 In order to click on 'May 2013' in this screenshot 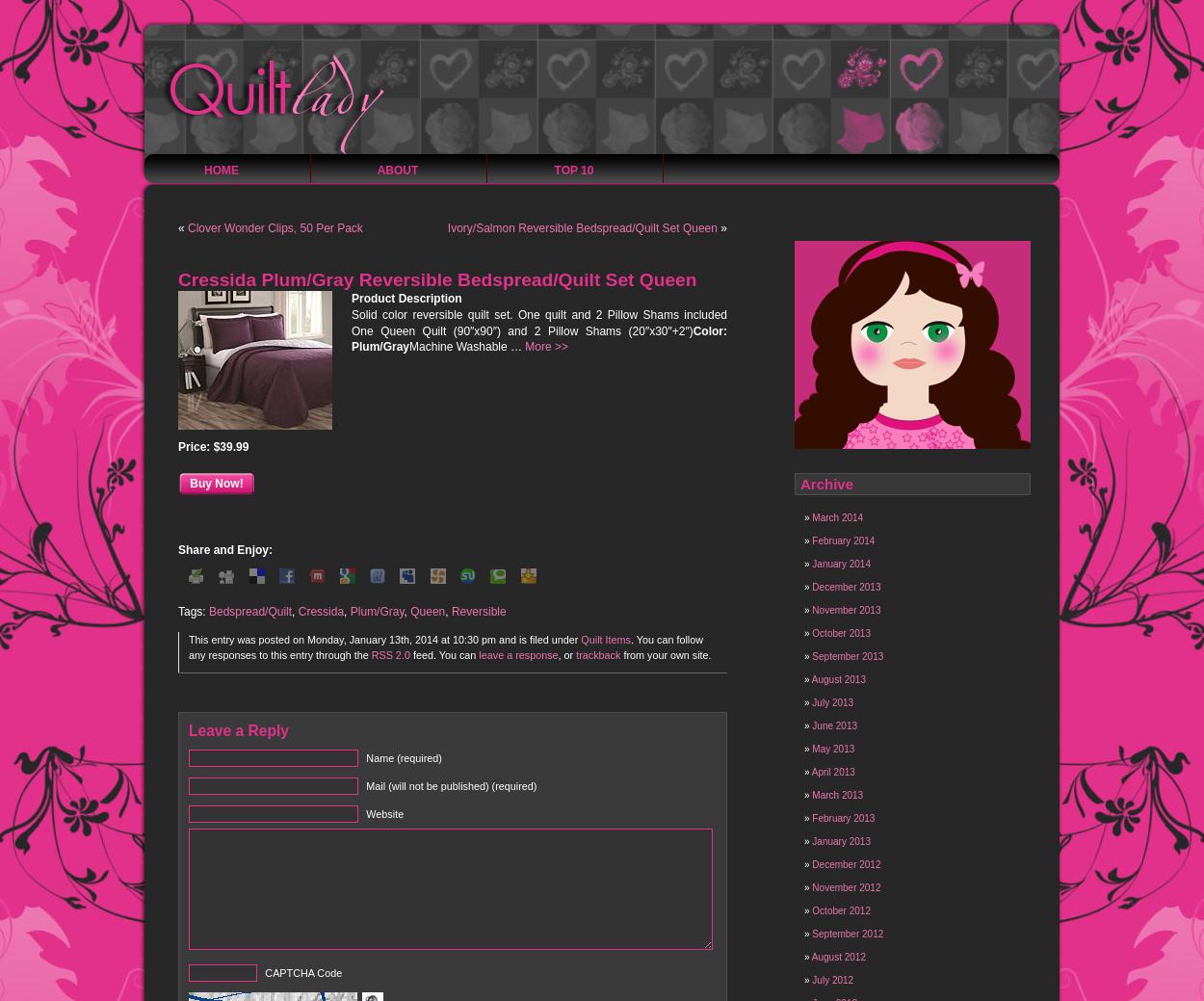, I will do `click(831, 748)`.